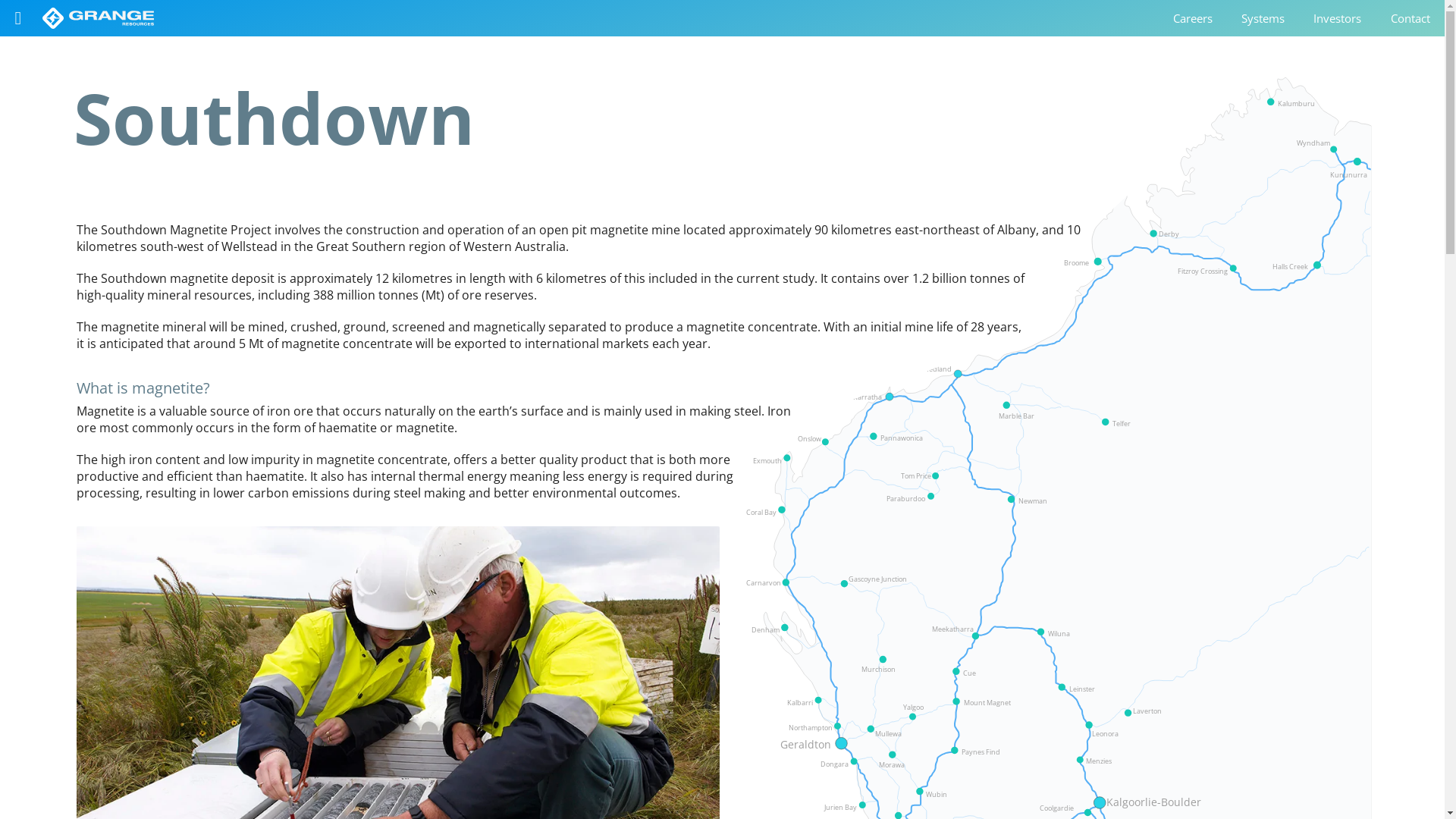  Describe the element at coordinates (1226, 17) in the screenshot. I see `'Systems'` at that location.